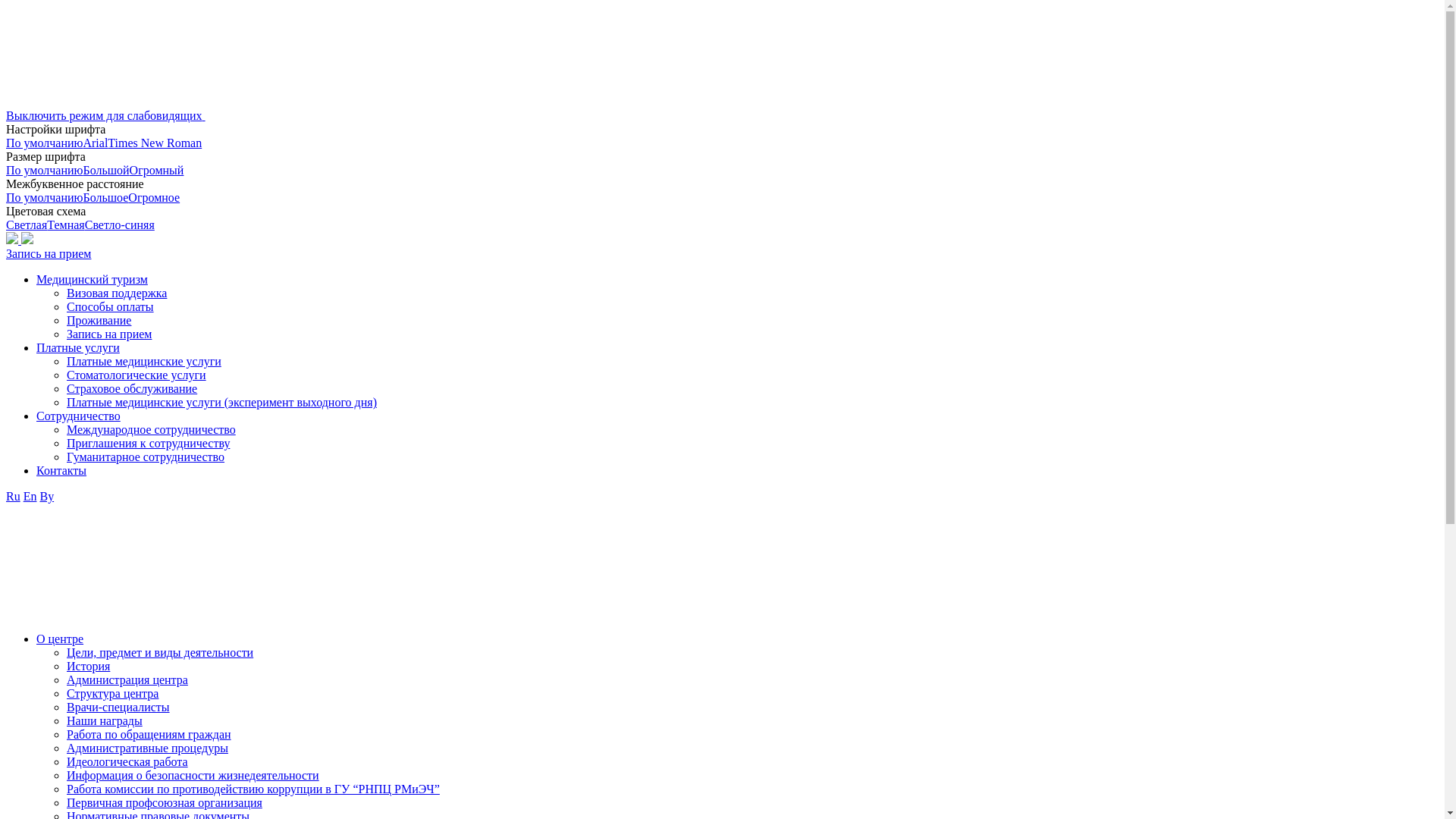  Describe the element at coordinates (46, 496) in the screenshot. I see `'By'` at that location.